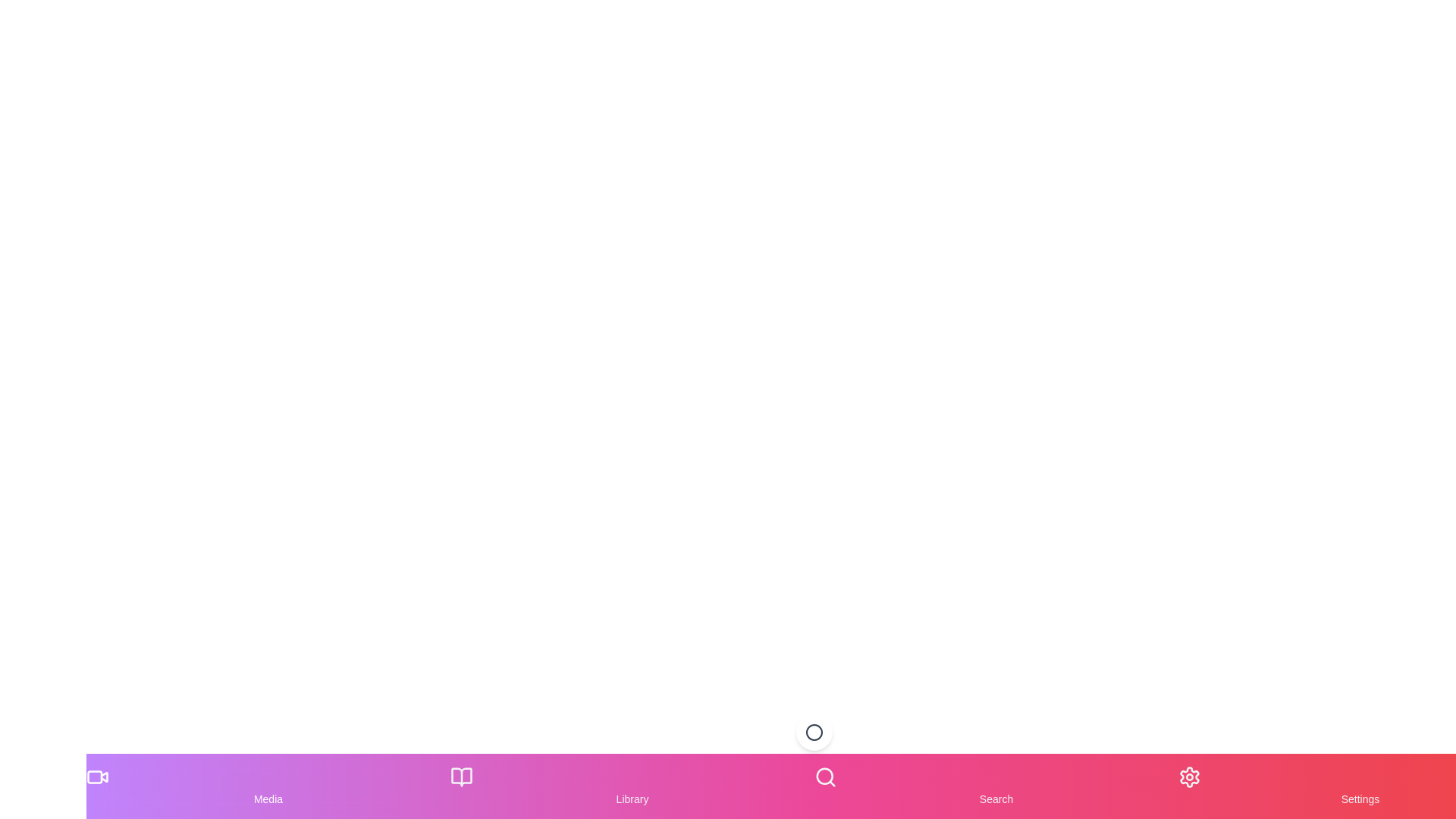 The width and height of the screenshot is (1456, 819). Describe the element at coordinates (268, 786) in the screenshot. I see `the Media item in the navigation bar` at that location.